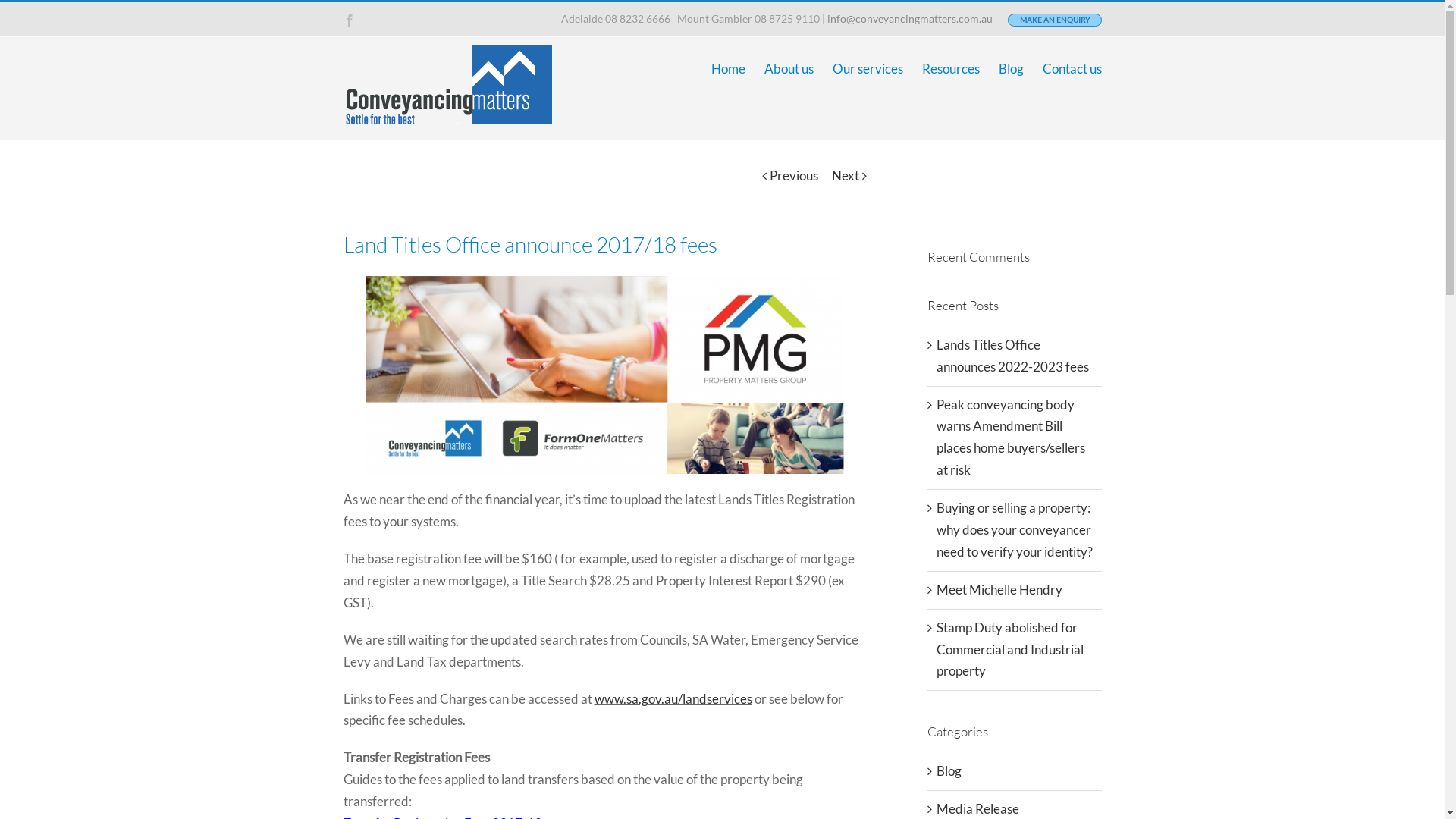 This screenshot has height=819, width=1456. I want to click on 'Mount Gambier 08 8725 9110', so click(673, 18).